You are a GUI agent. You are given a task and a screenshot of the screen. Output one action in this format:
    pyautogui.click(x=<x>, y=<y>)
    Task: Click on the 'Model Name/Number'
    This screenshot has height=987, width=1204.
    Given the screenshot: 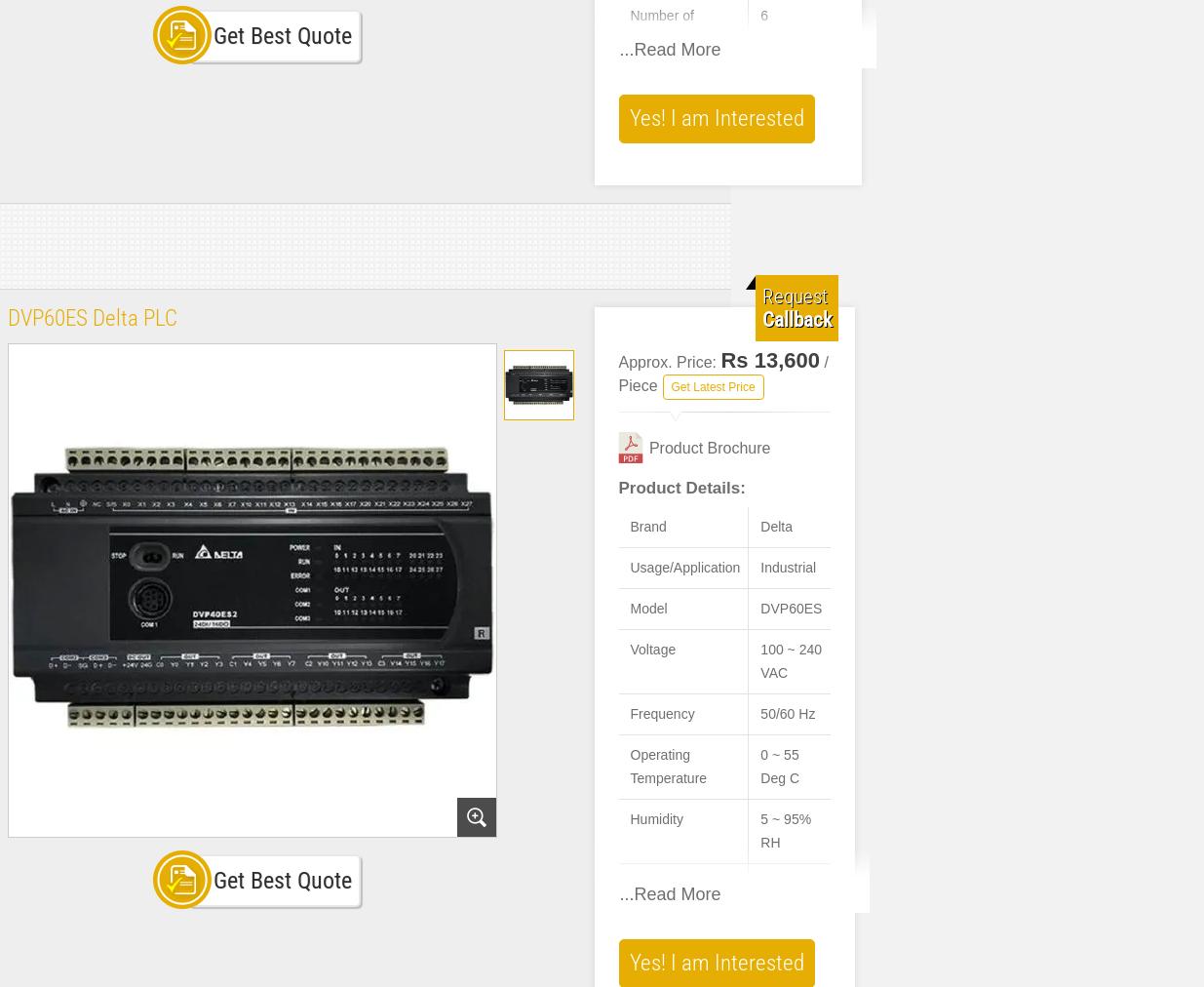 What is the action you would take?
    pyautogui.click(x=674, y=786)
    